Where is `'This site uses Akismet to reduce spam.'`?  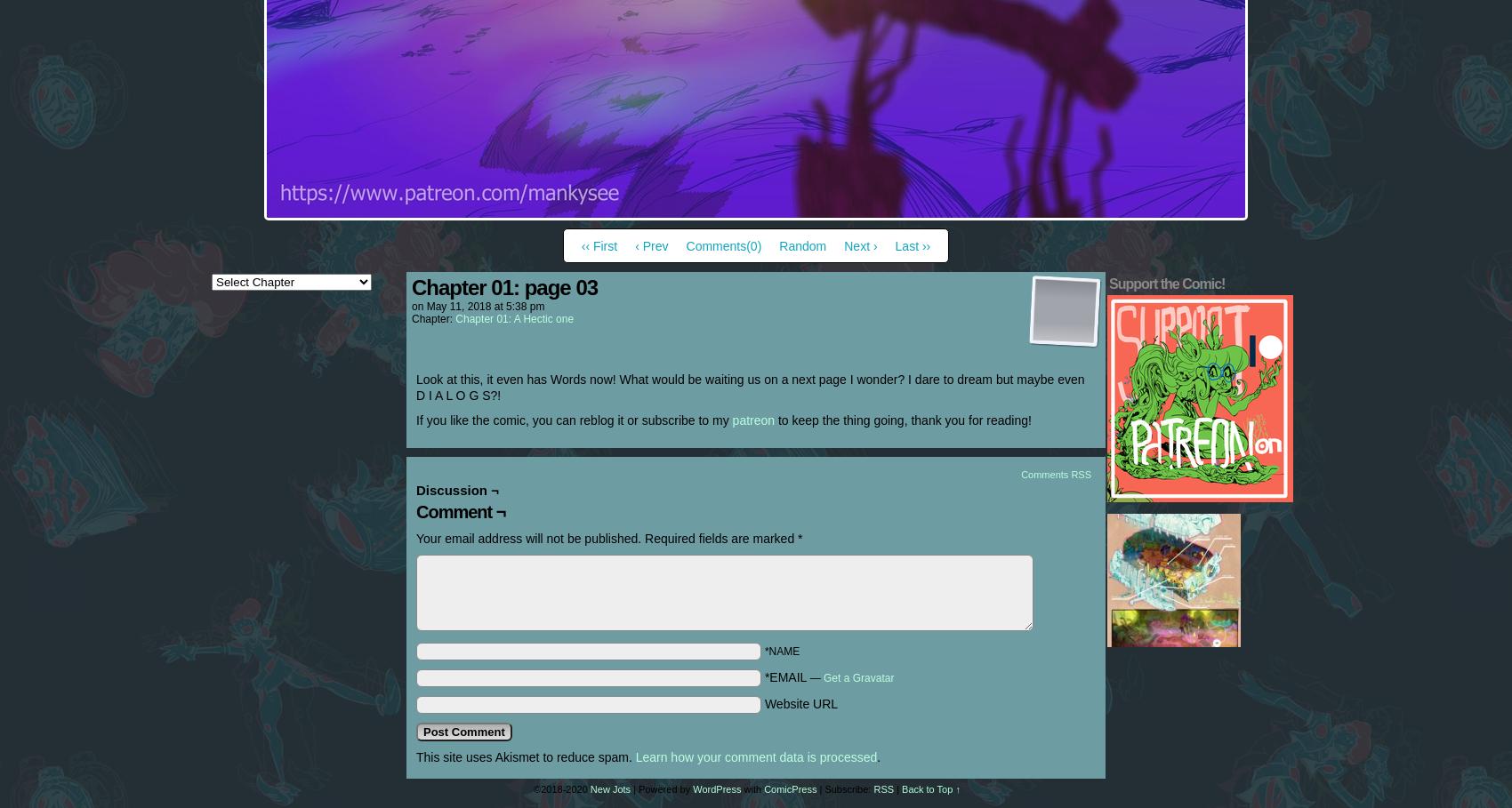
'This site uses Akismet to reduce spam.' is located at coordinates (524, 756).